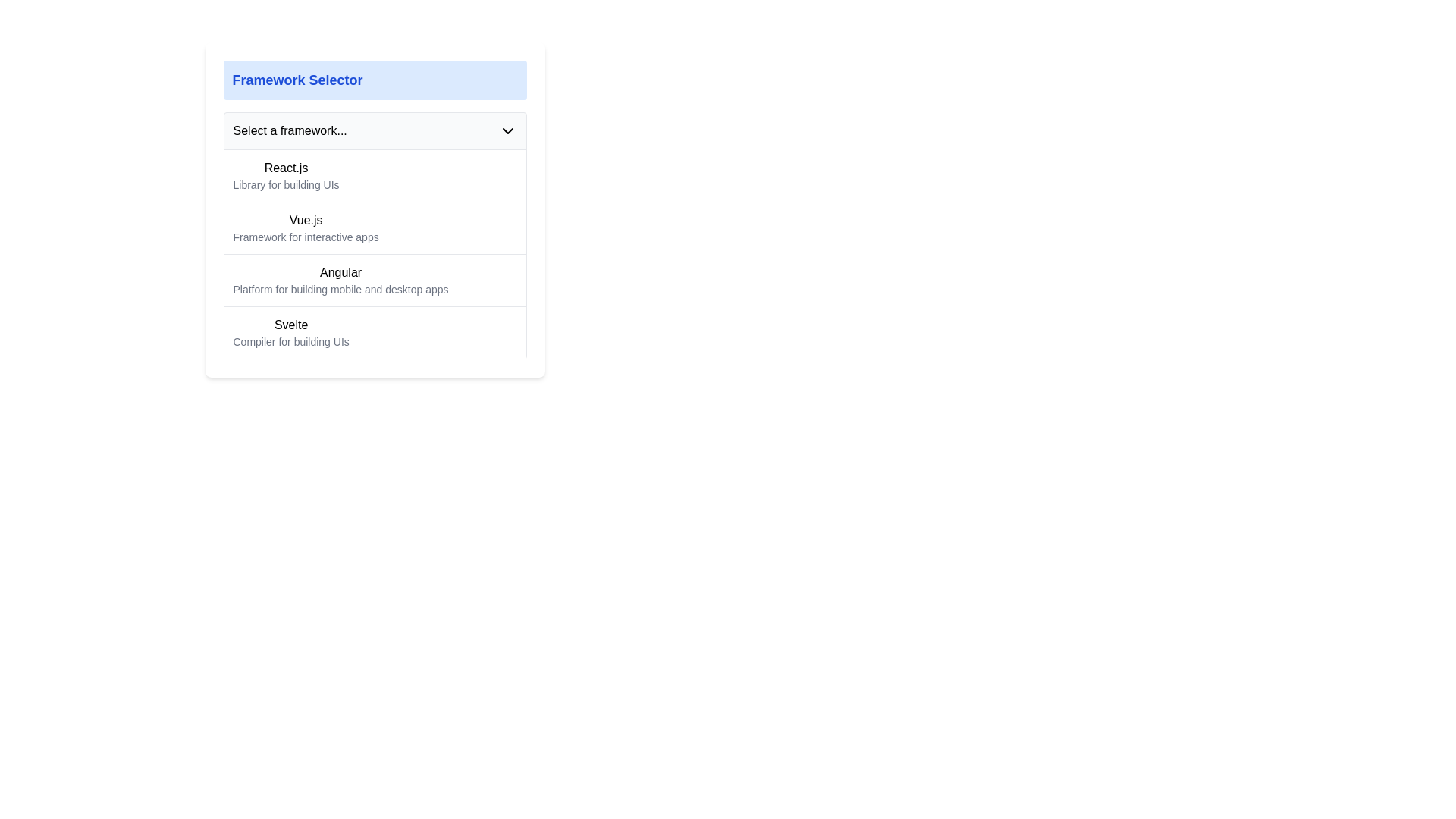 The height and width of the screenshot is (819, 1456). I want to click on the second item in the 'Framework Selector' dropdown menu, so click(375, 227).